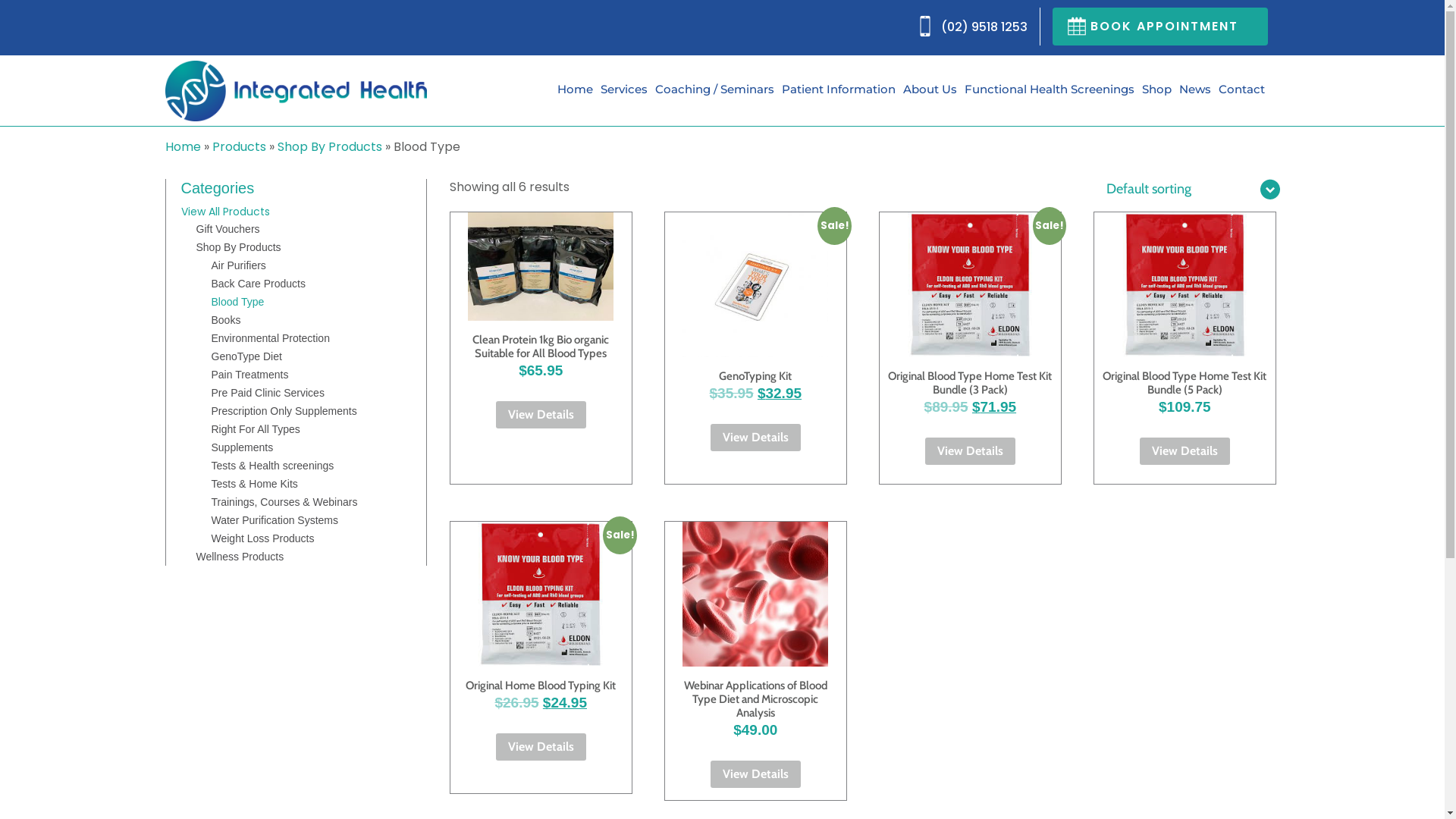 The width and height of the screenshot is (1456, 819). I want to click on 'Weight Loss Products', so click(262, 537).